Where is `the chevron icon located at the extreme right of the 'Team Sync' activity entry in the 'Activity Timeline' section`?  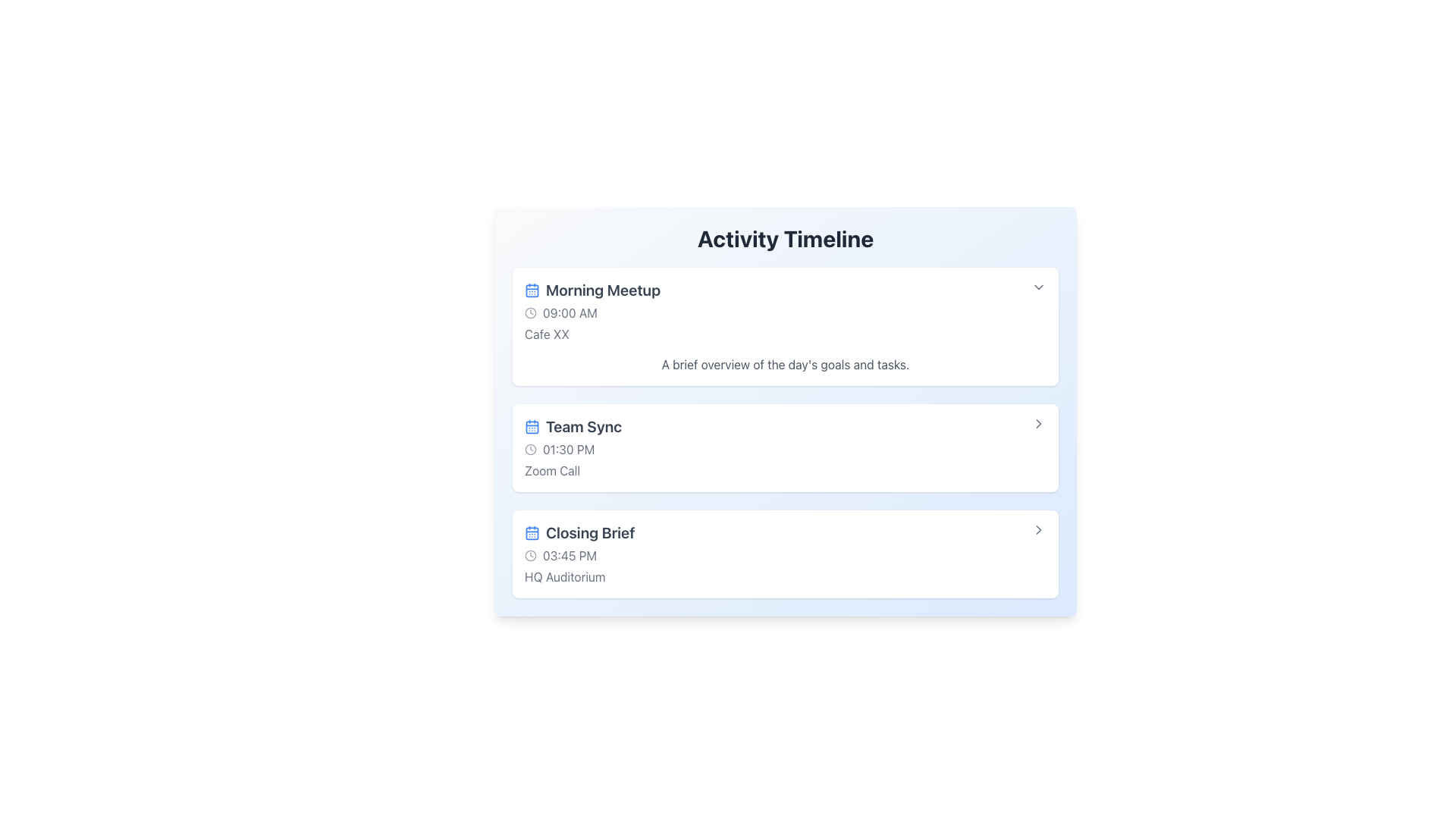 the chevron icon located at the extreme right of the 'Team Sync' activity entry in the 'Activity Timeline' section is located at coordinates (1037, 424).